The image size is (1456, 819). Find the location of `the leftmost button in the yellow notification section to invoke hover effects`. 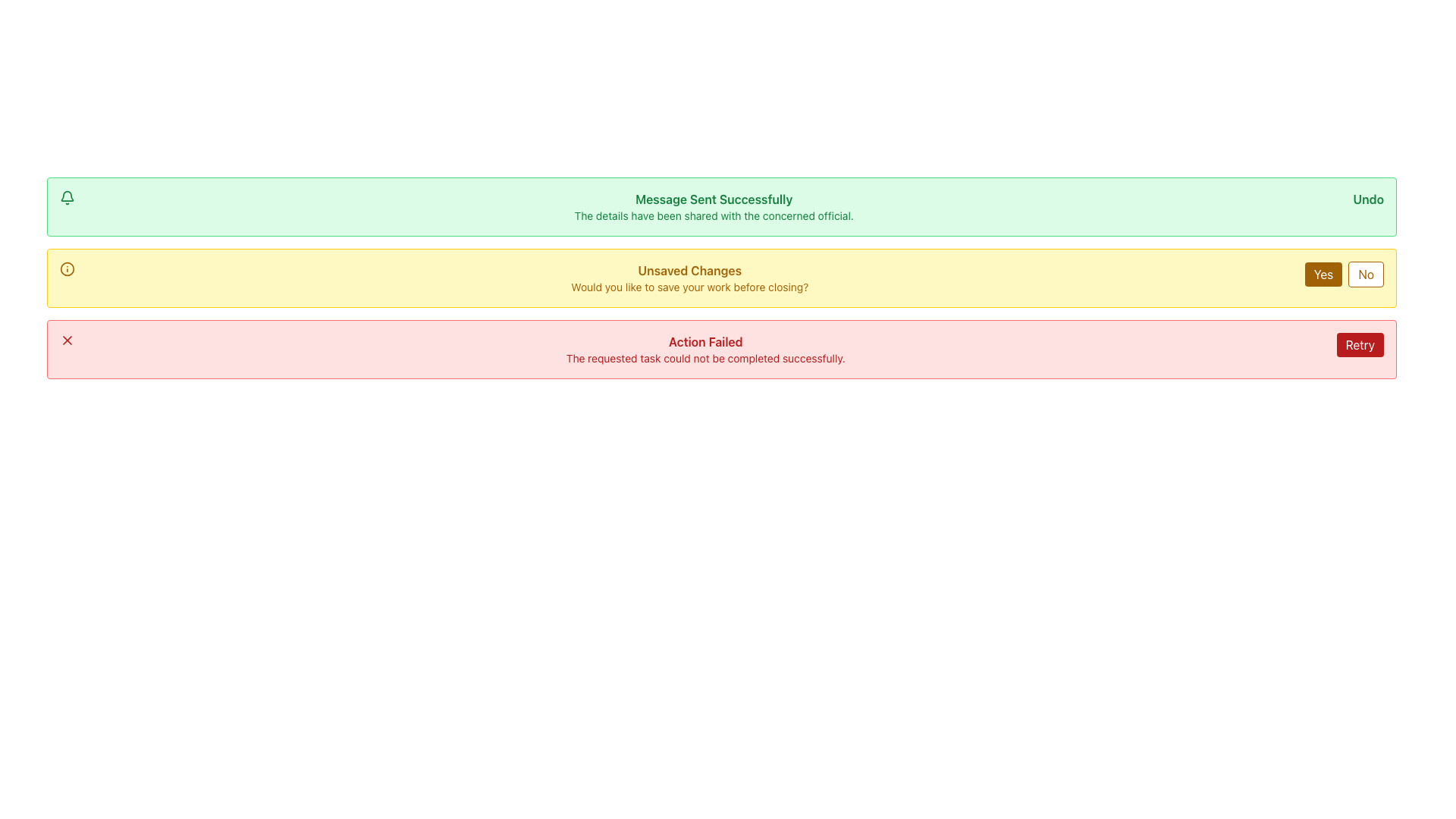

the leftmost button in the yellow notification section to invoke hover effects is located at coordinates (1323, 275).